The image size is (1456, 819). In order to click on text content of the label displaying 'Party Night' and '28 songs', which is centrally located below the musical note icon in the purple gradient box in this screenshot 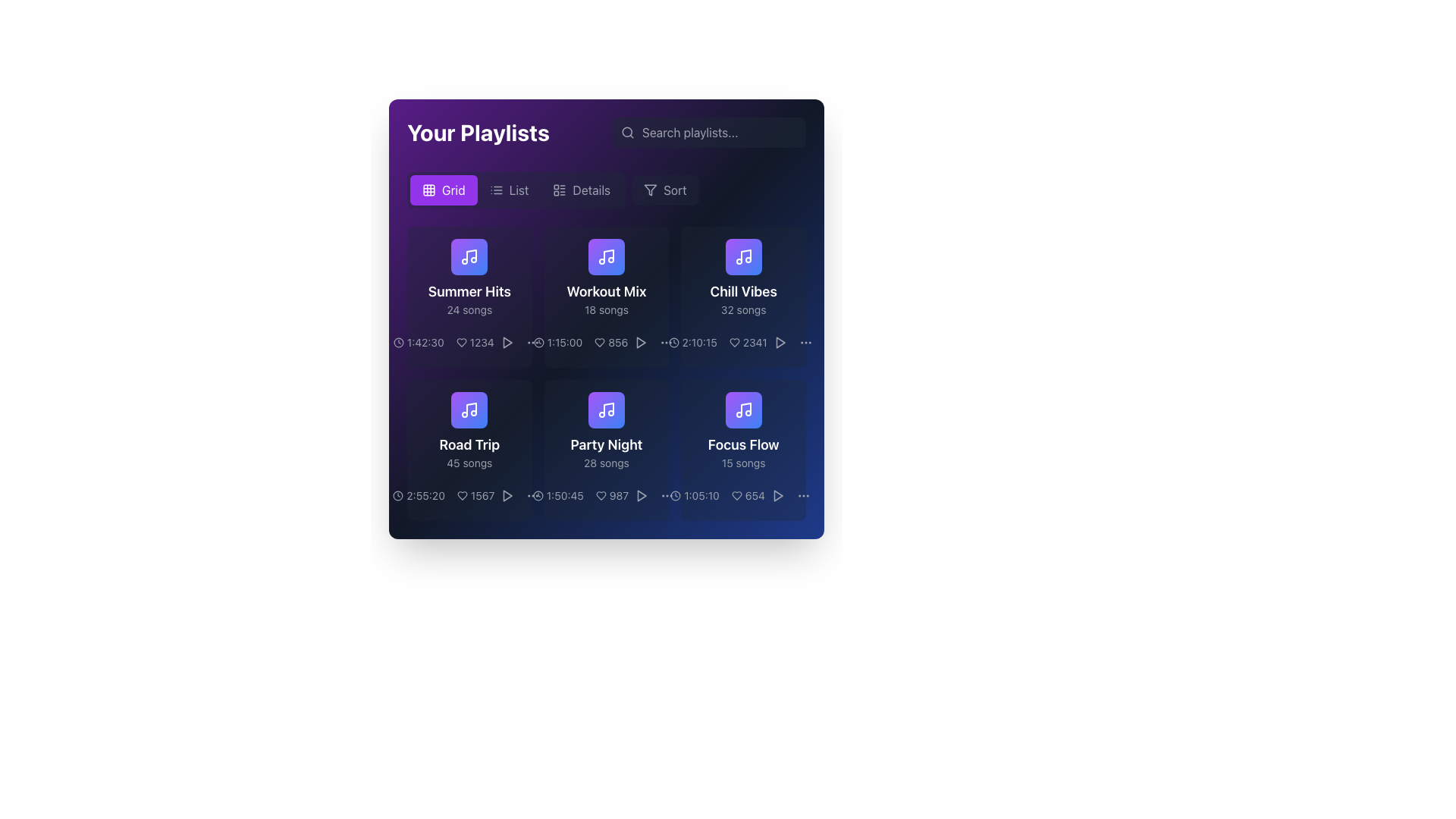, I will do `click(607, 452)`.